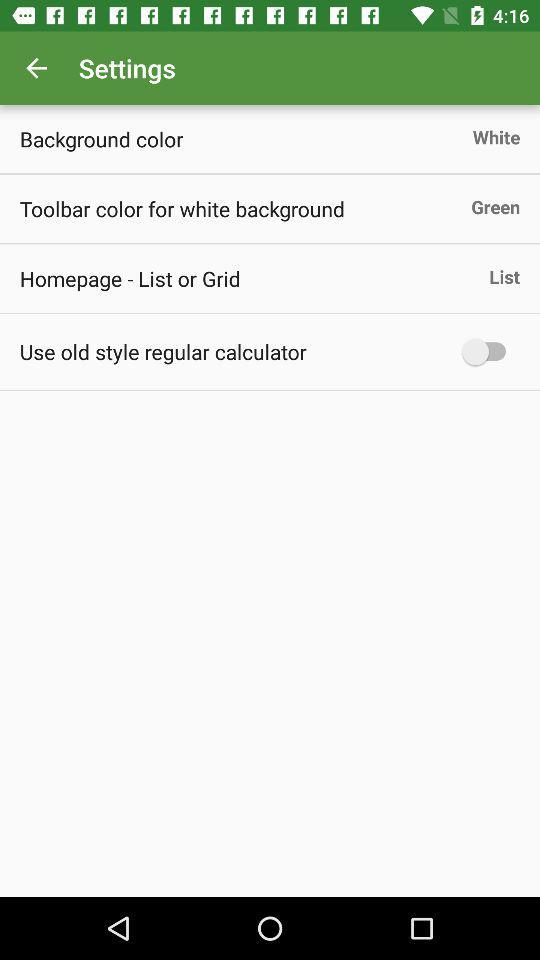 This screenshot has height=960, width=540. Describe the element at coordinates (182, 208) in the screenshot. I see `toolbar color for` at that location.